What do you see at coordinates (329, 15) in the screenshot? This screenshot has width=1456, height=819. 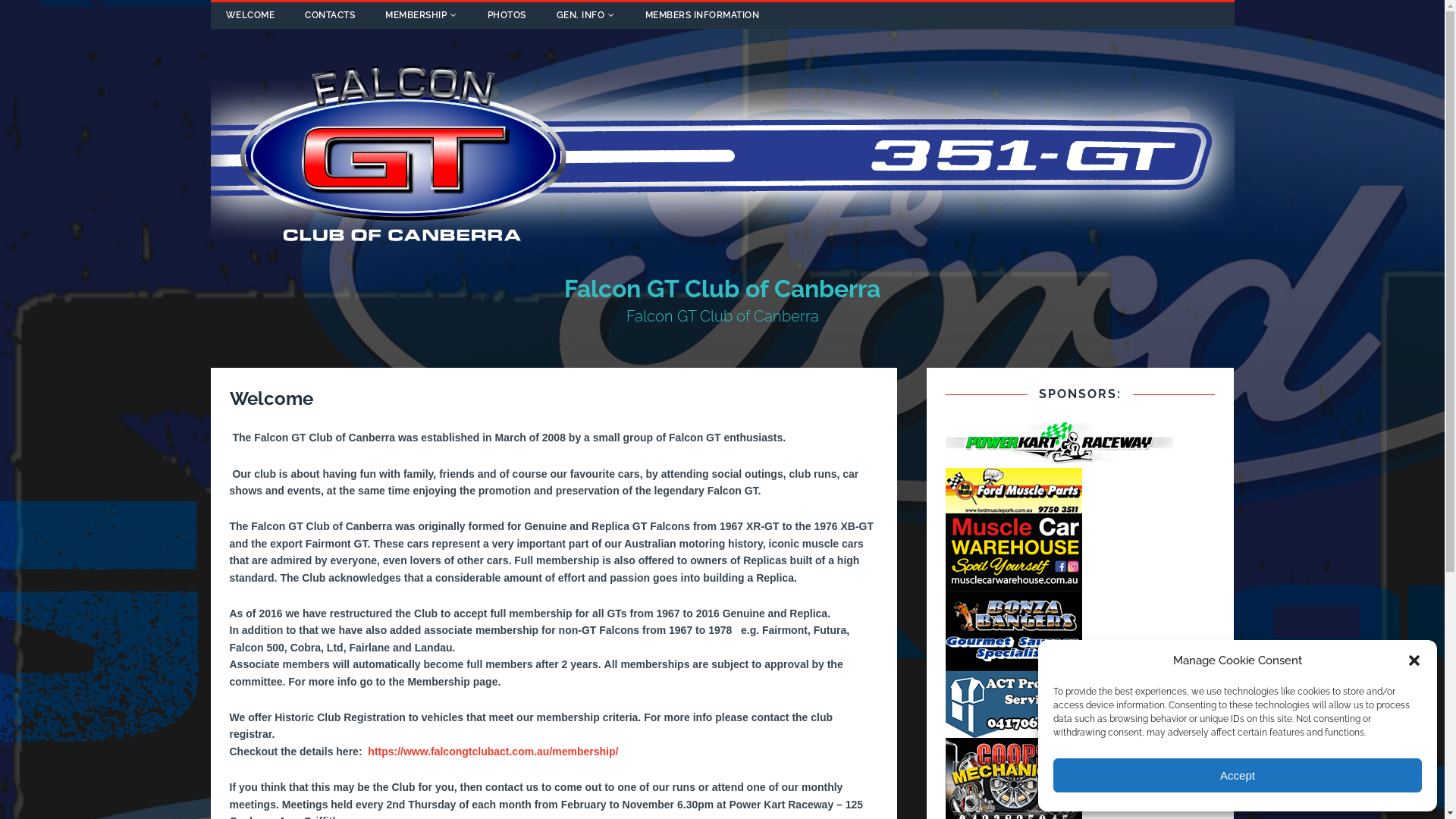 I see `'CONTACTS'` at bounding box center [329, 15].